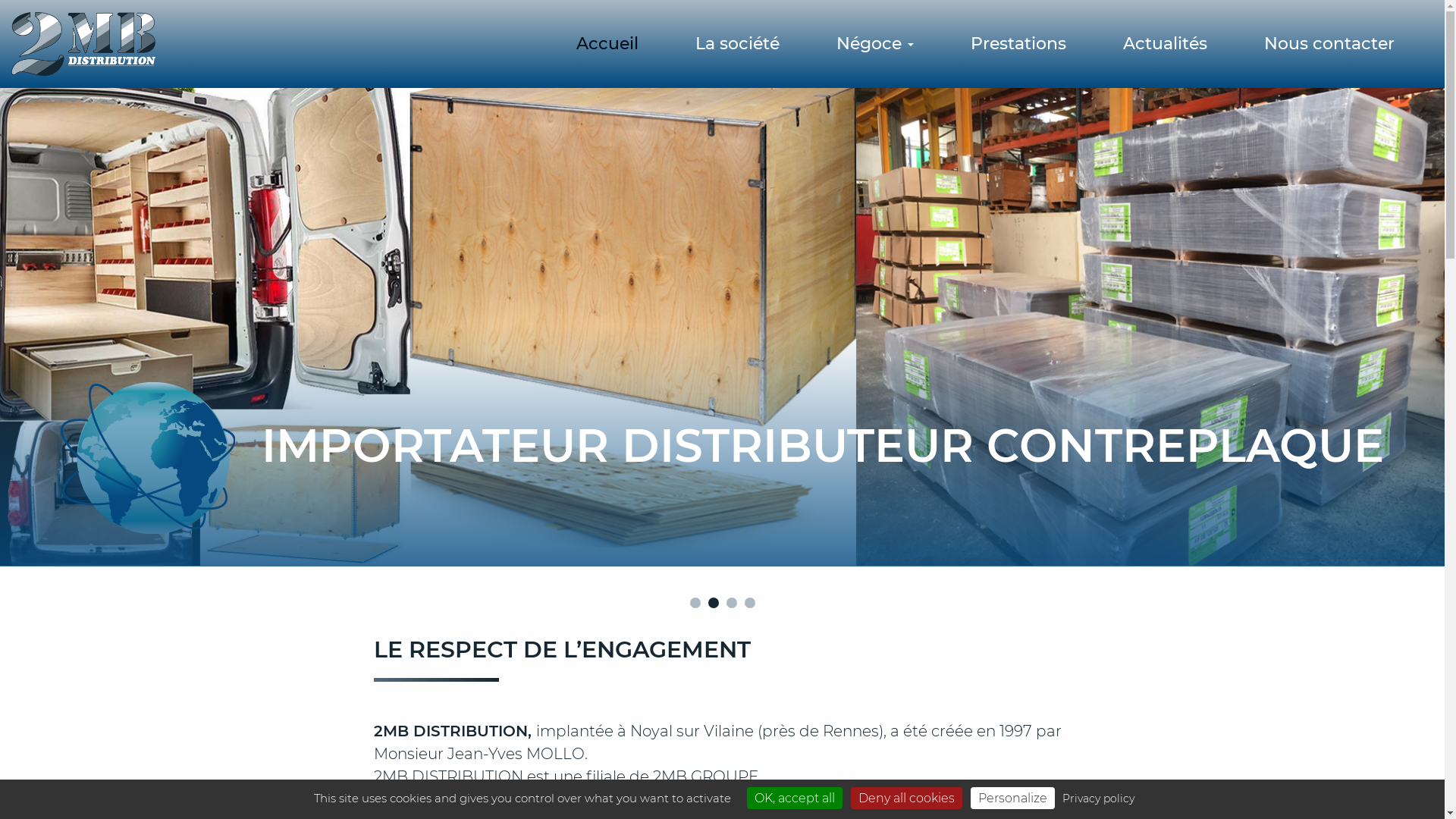 The image size is (1456, 819). What do you see at coordinates (712, 601) in the screenshot?
I see `'2'` at bounding box center [712, 601].